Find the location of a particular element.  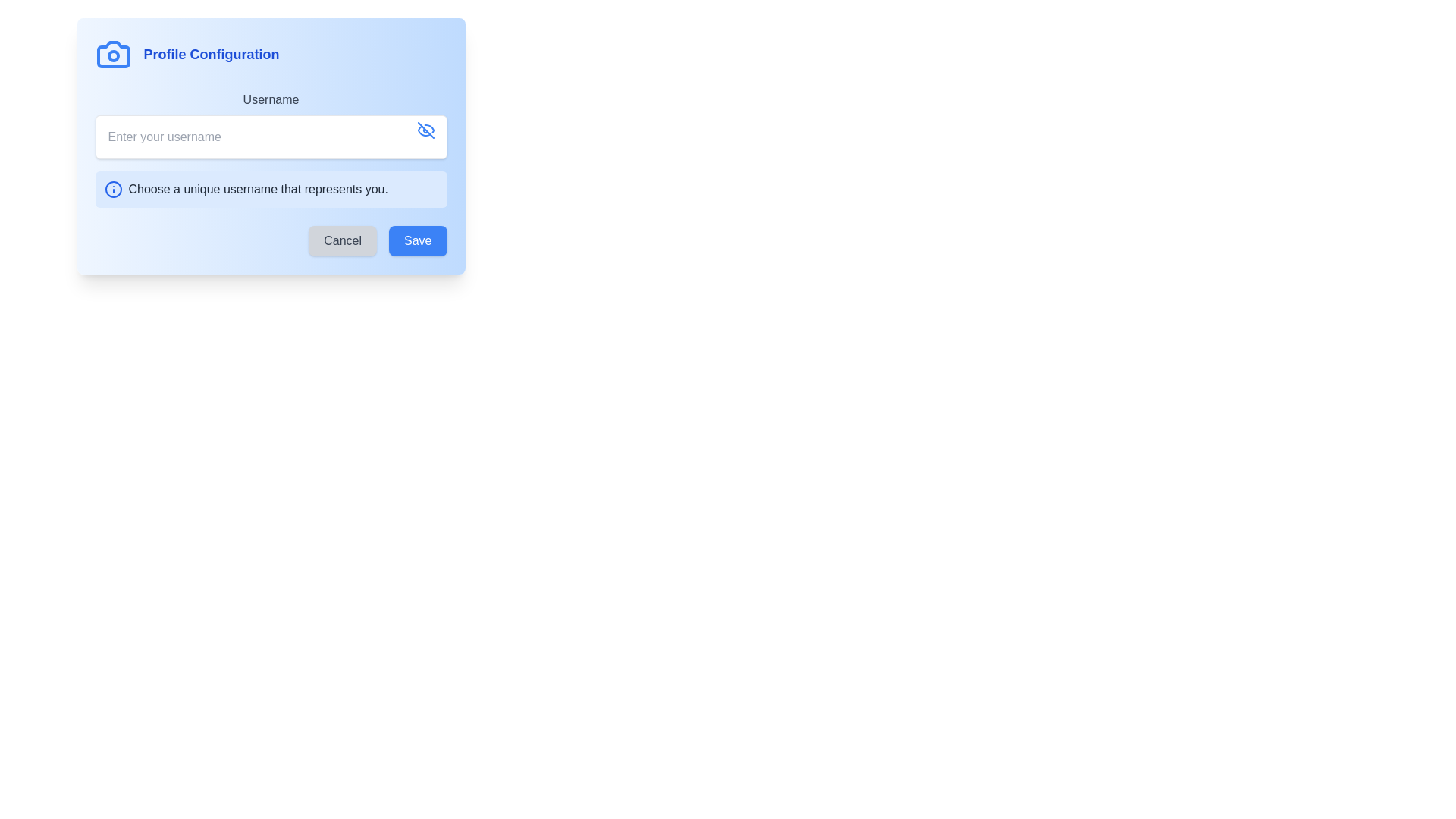

the visibility toggle button located to the right of the username input field is located at coordinates (425, 130).